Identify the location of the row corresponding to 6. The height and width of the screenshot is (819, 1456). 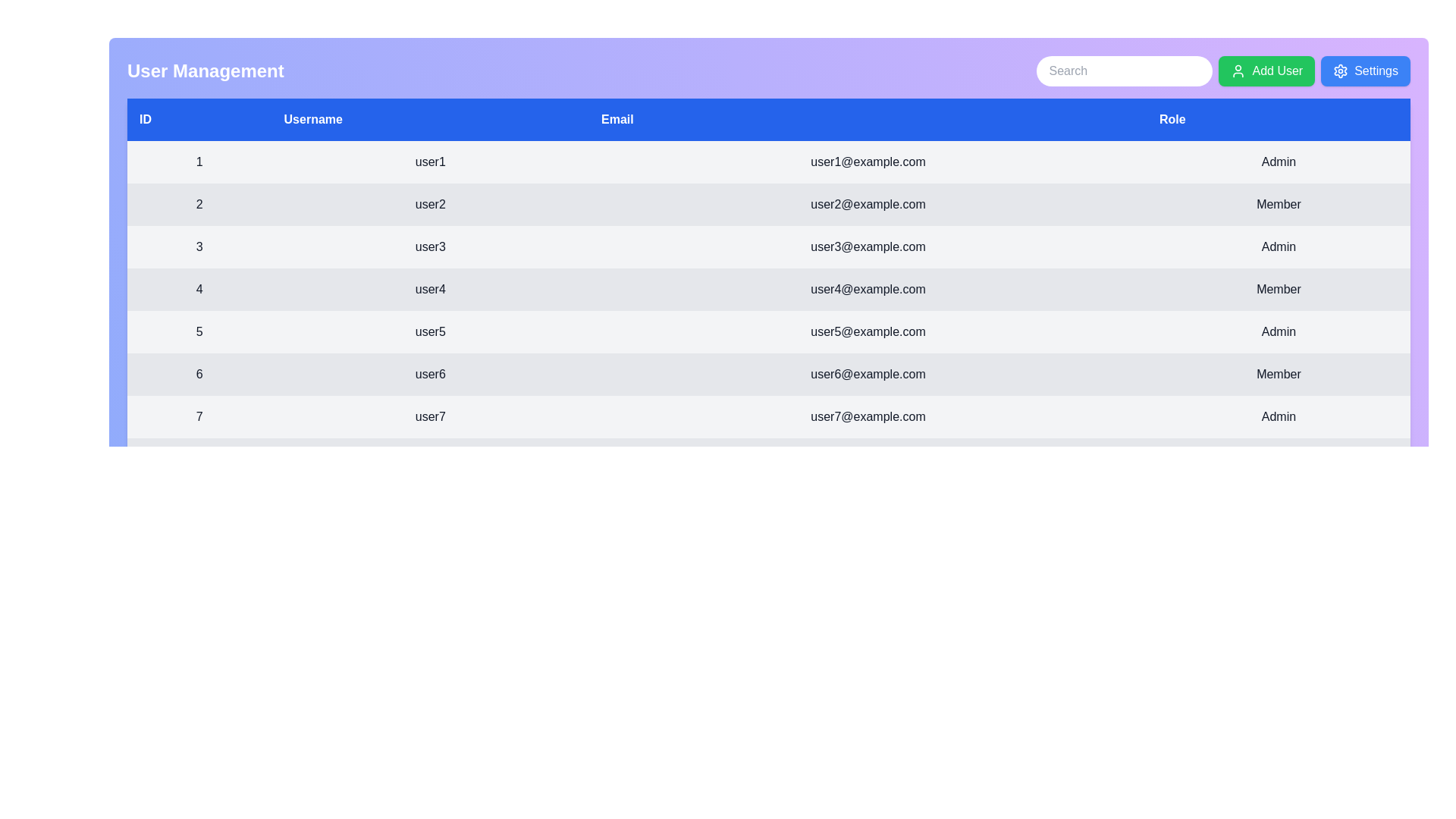
(768, 374).